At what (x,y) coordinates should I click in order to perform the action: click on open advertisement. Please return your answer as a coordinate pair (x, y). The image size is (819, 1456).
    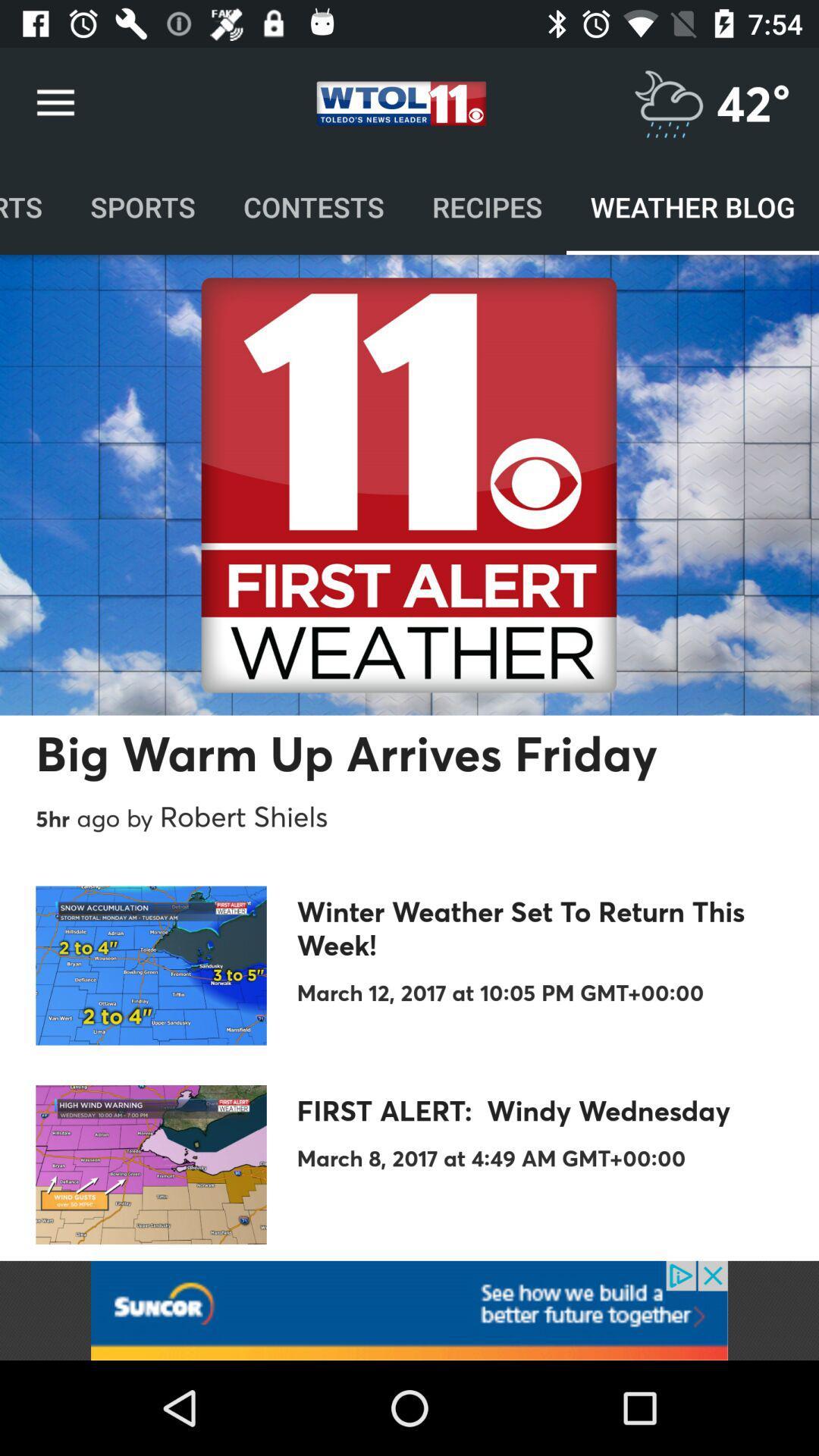
    Looking at the image, I should click on (409, 1310).